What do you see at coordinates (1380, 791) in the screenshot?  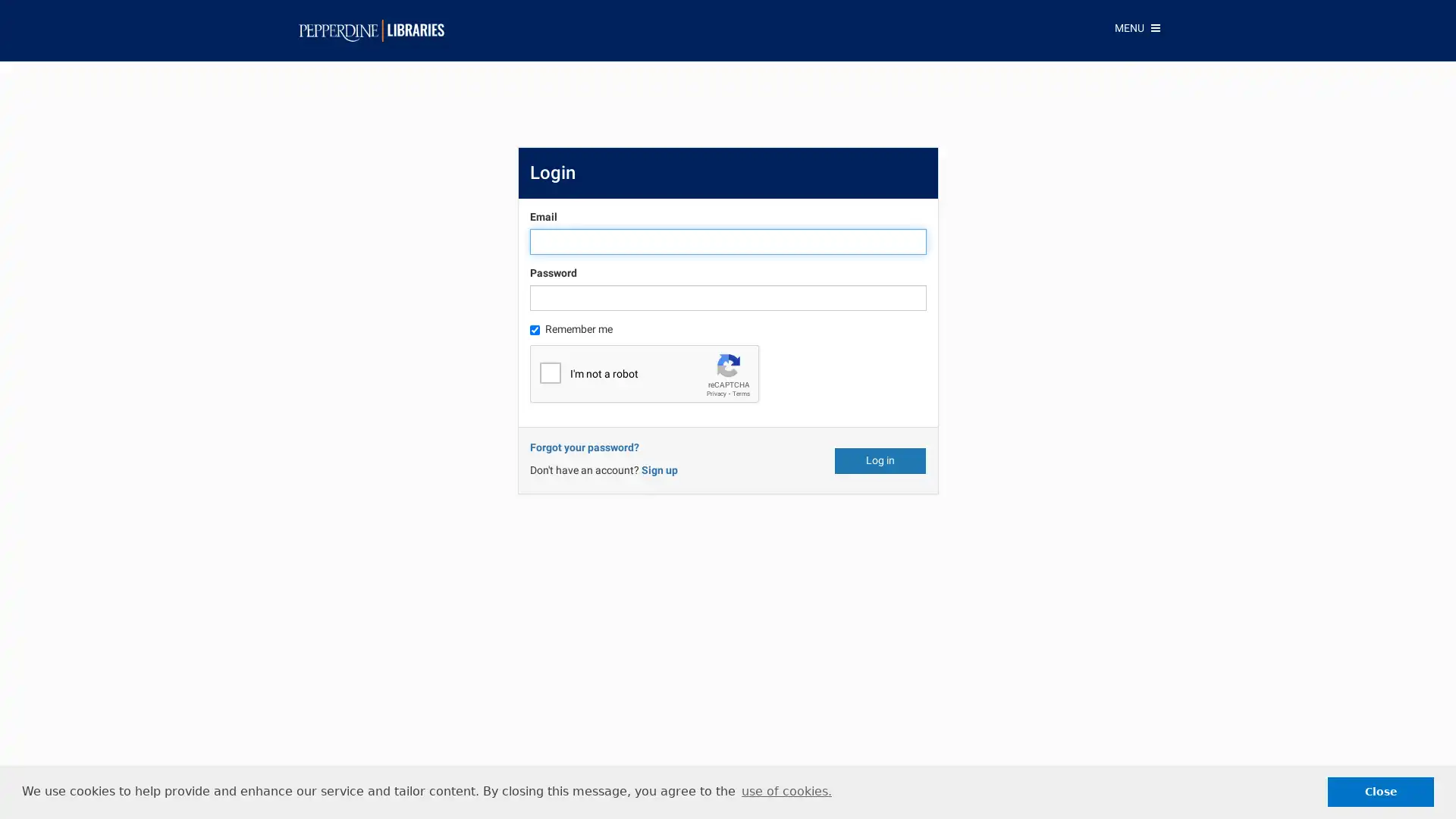 I see `dismiss cookie message` at bounding box center [1380, 791].